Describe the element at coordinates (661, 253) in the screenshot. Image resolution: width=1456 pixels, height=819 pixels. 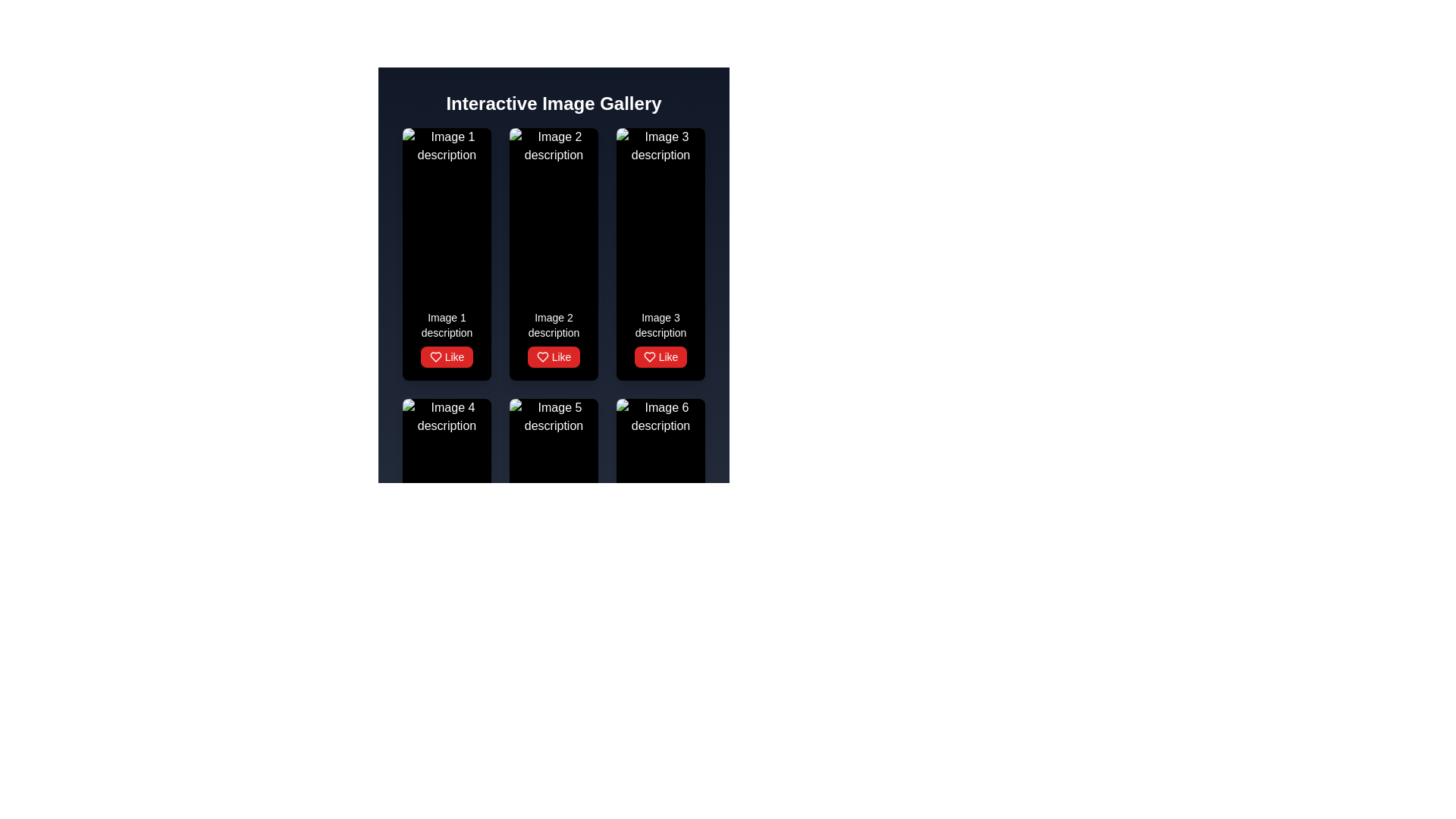
I see `the image in the third card of the 'Interactive Image Gallery' section to enlarge it` at that location.